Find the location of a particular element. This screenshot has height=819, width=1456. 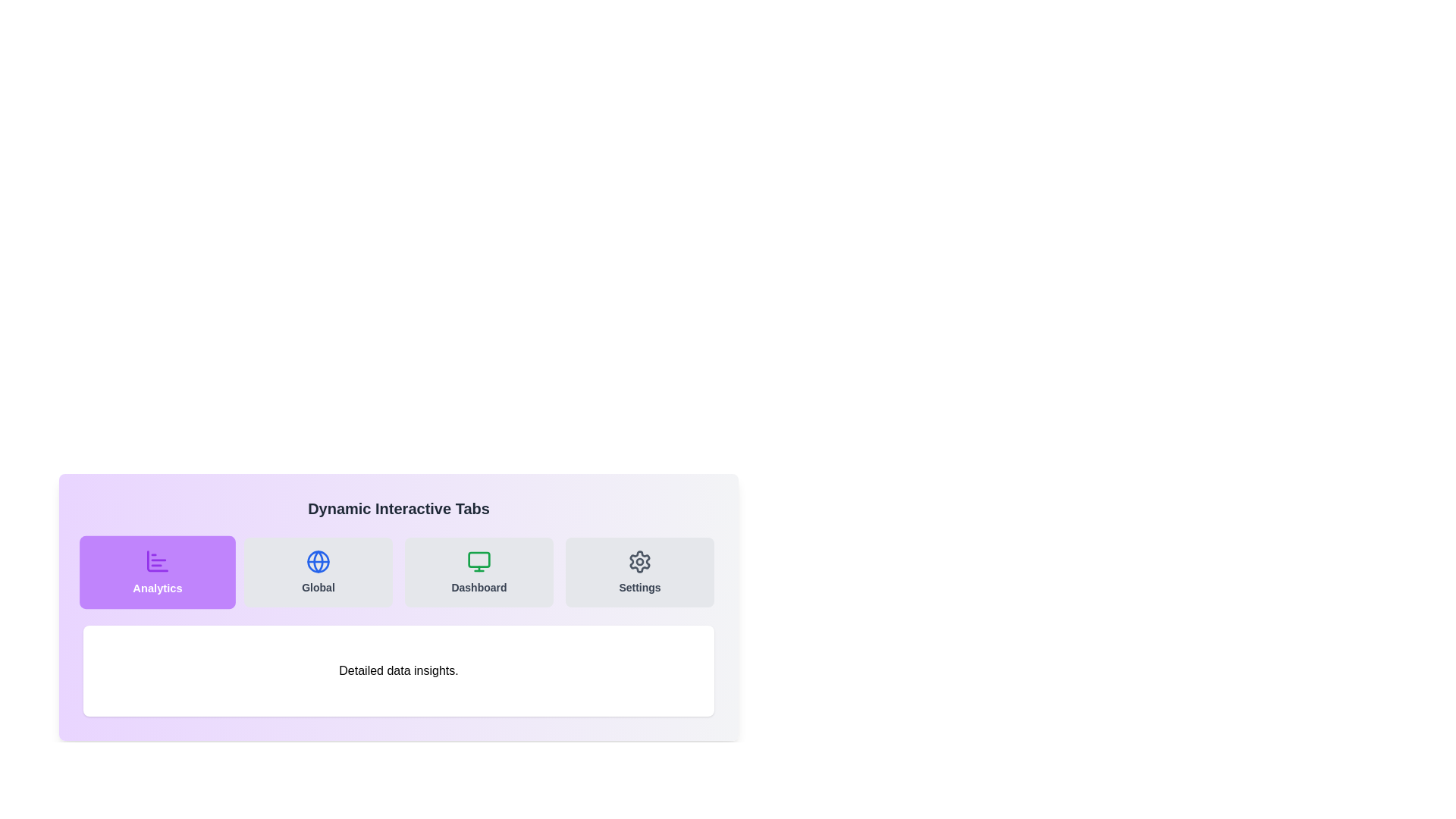

the 'Settings' button, which features a gear-like icon above bold text, located at the fourth position in a horizontal row of buttons is located at coordinates (640, 573).